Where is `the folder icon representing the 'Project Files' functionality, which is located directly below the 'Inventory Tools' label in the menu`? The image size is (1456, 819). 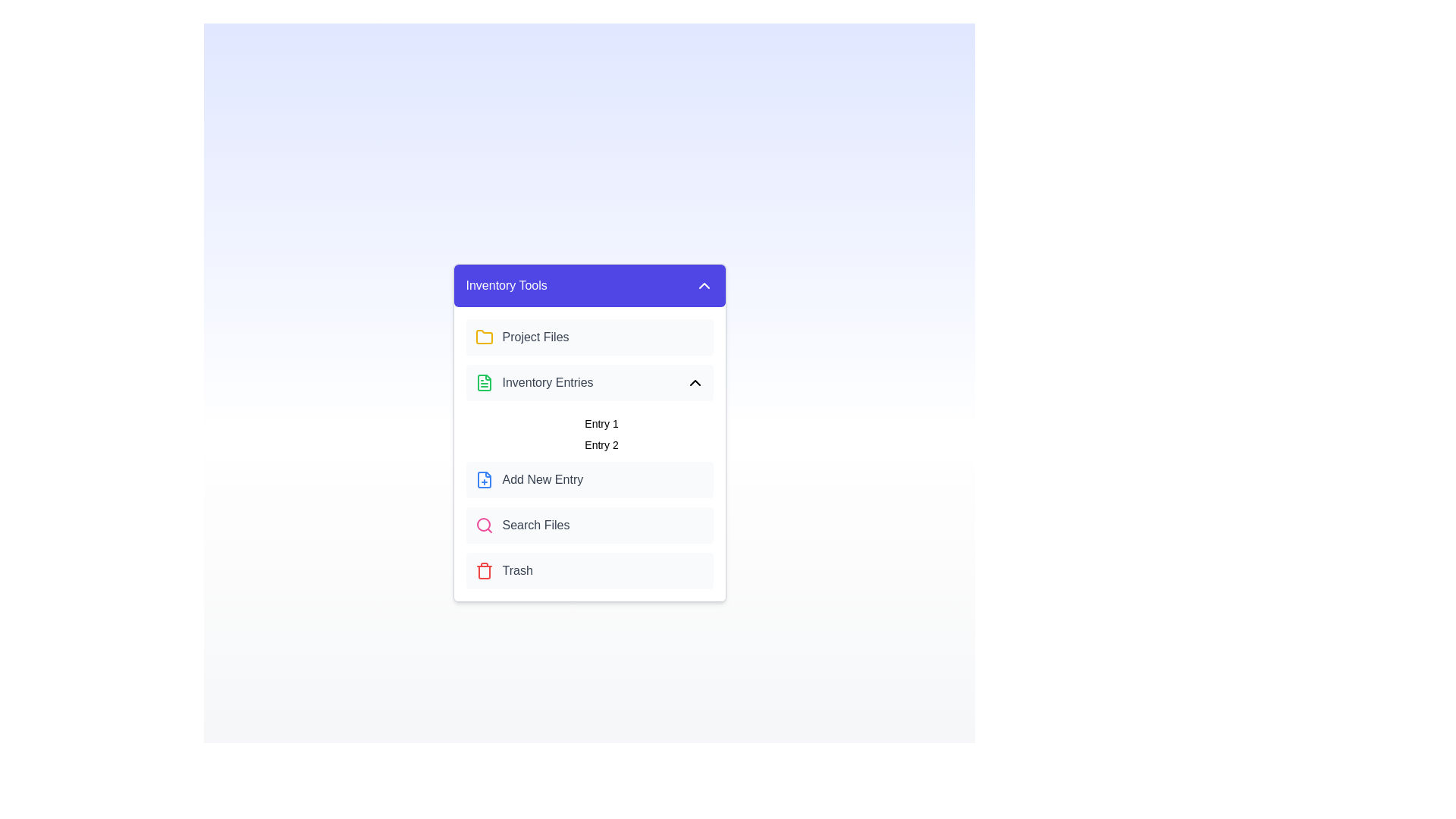
the folder icon representing the 'Project Files' functionality, which is located directly below the 'Inventory Tools' label in the menu is located at coordinates (483, 336).